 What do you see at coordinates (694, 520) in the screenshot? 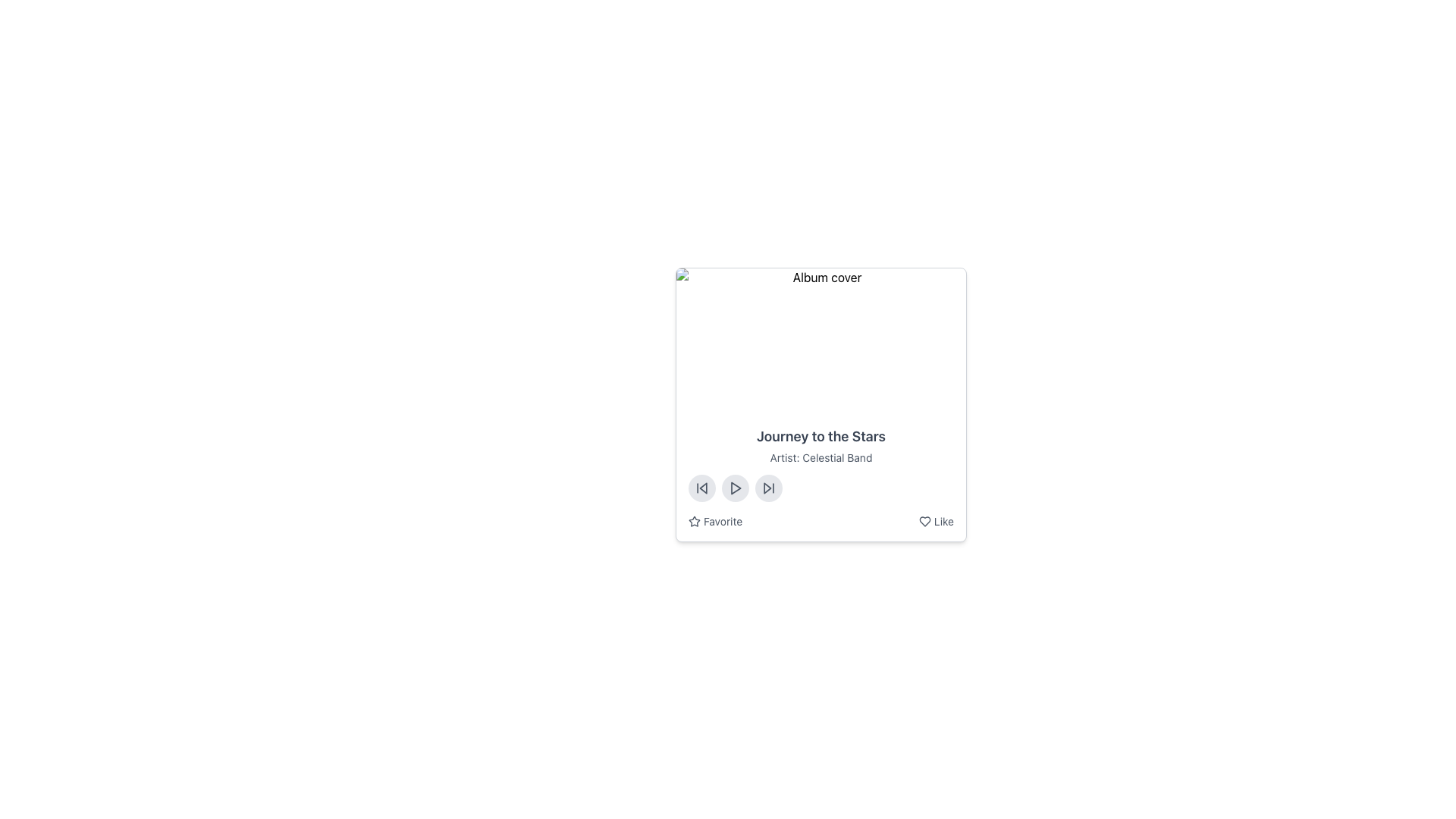
I see `the star-shaped icon indicating the favorite feature, located to the left of the 'Favorite' text` at bounding box center [694, 520].